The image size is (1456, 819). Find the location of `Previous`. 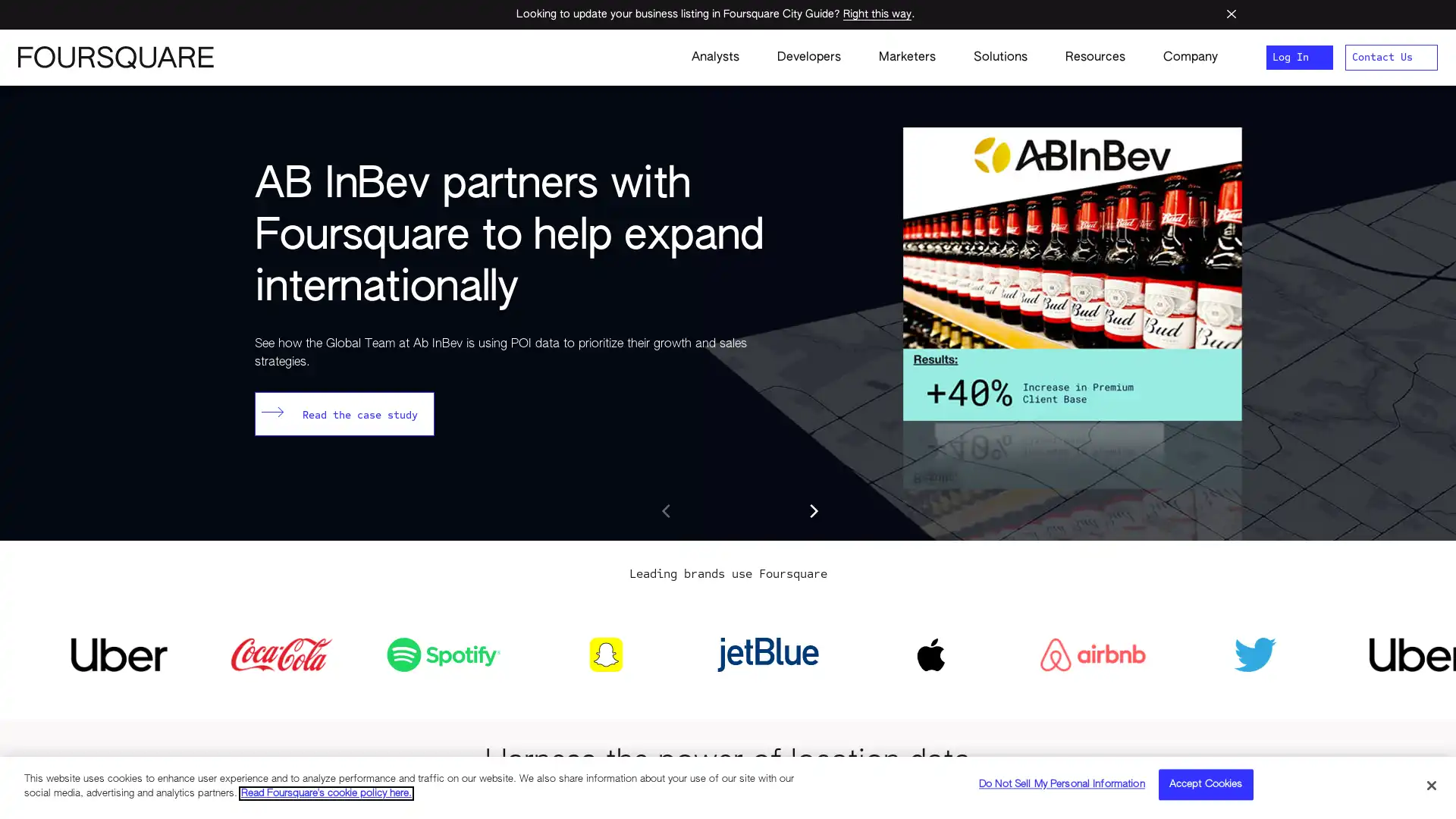

Previous is located at coordinates (667, 513).